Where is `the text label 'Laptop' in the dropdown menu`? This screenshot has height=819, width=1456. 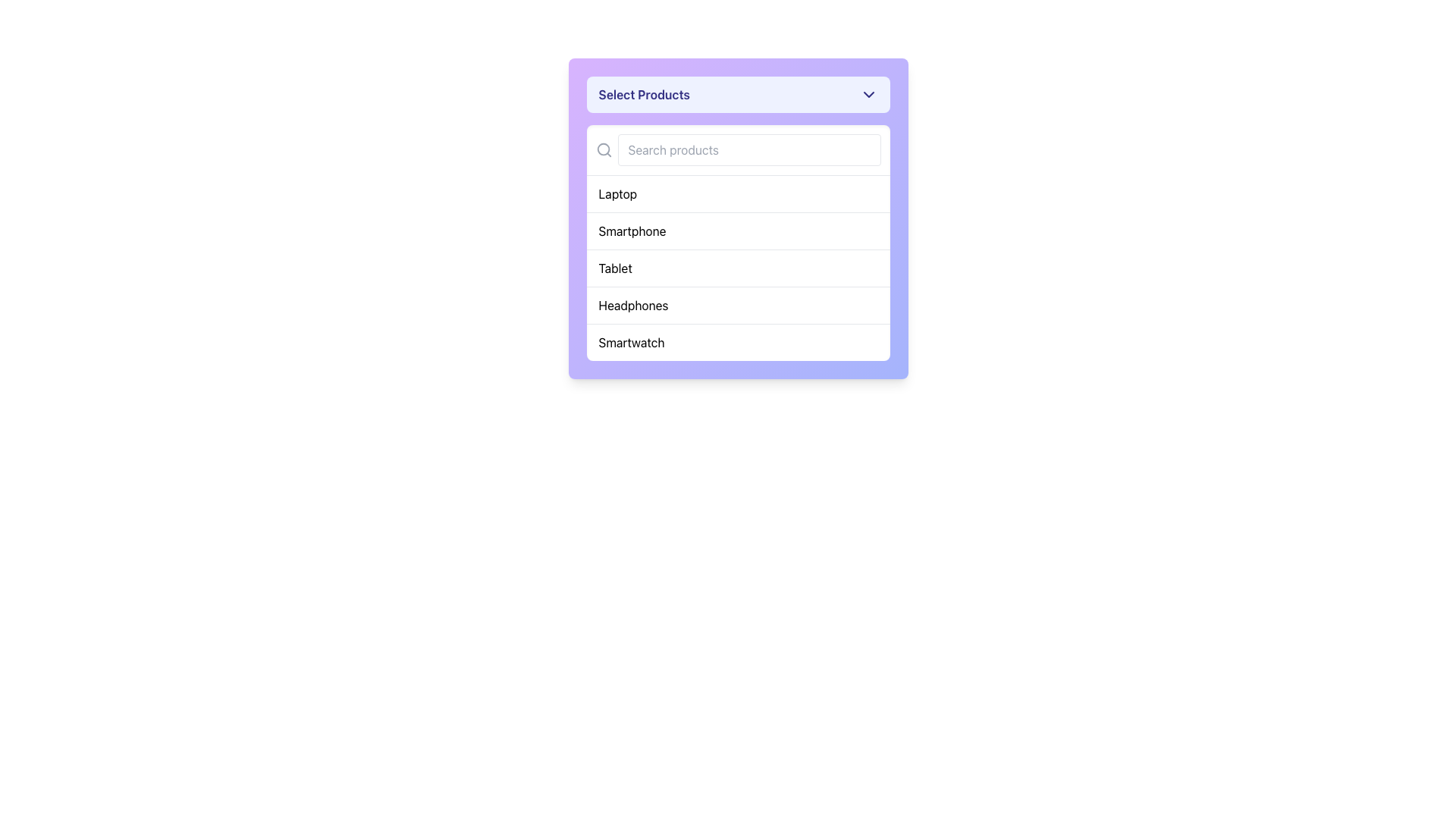 the text label 'Laptop' in the dropdown menu is located at coordinates (617, 193).